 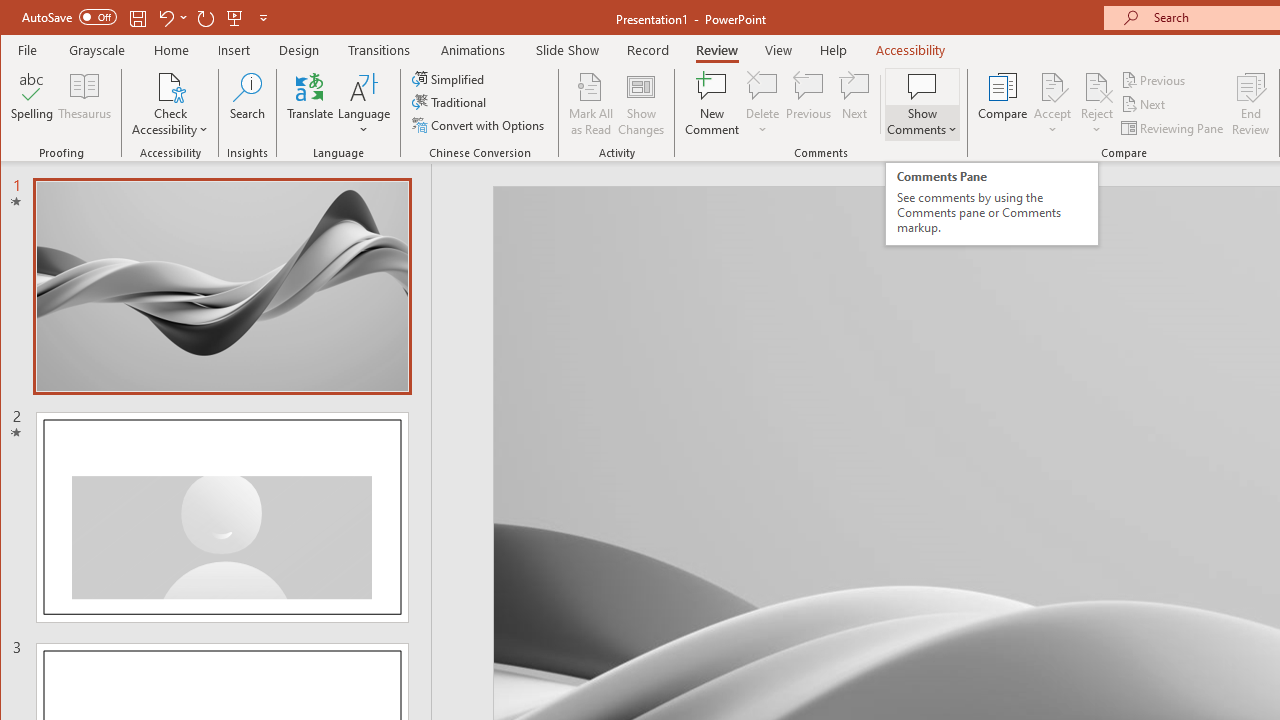 What do you see at coordinates (364, 104) in the screenshot?
I see `'Language'` at bounding box center [364, 104].